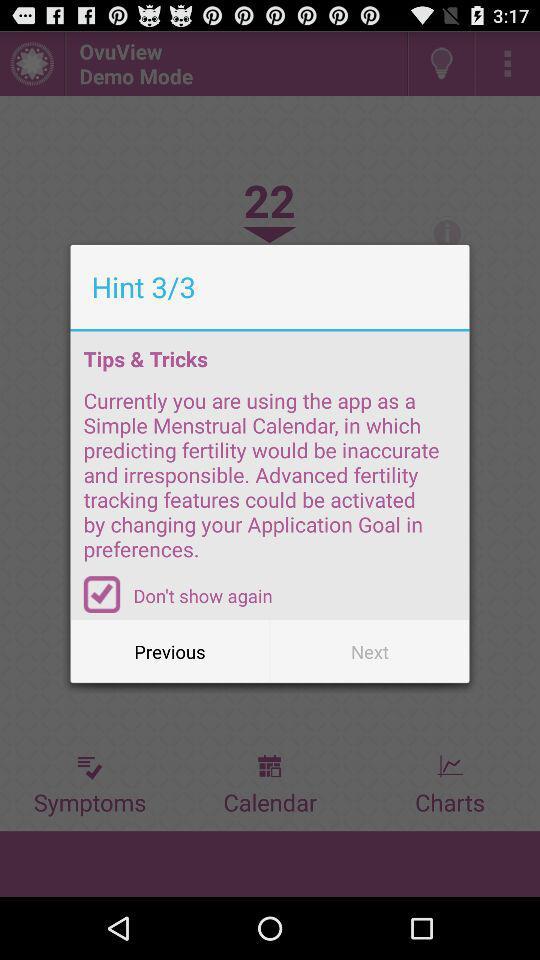 The image size is (540, 960). I want to click on item to the right of the previous icon, so click(368, 650).